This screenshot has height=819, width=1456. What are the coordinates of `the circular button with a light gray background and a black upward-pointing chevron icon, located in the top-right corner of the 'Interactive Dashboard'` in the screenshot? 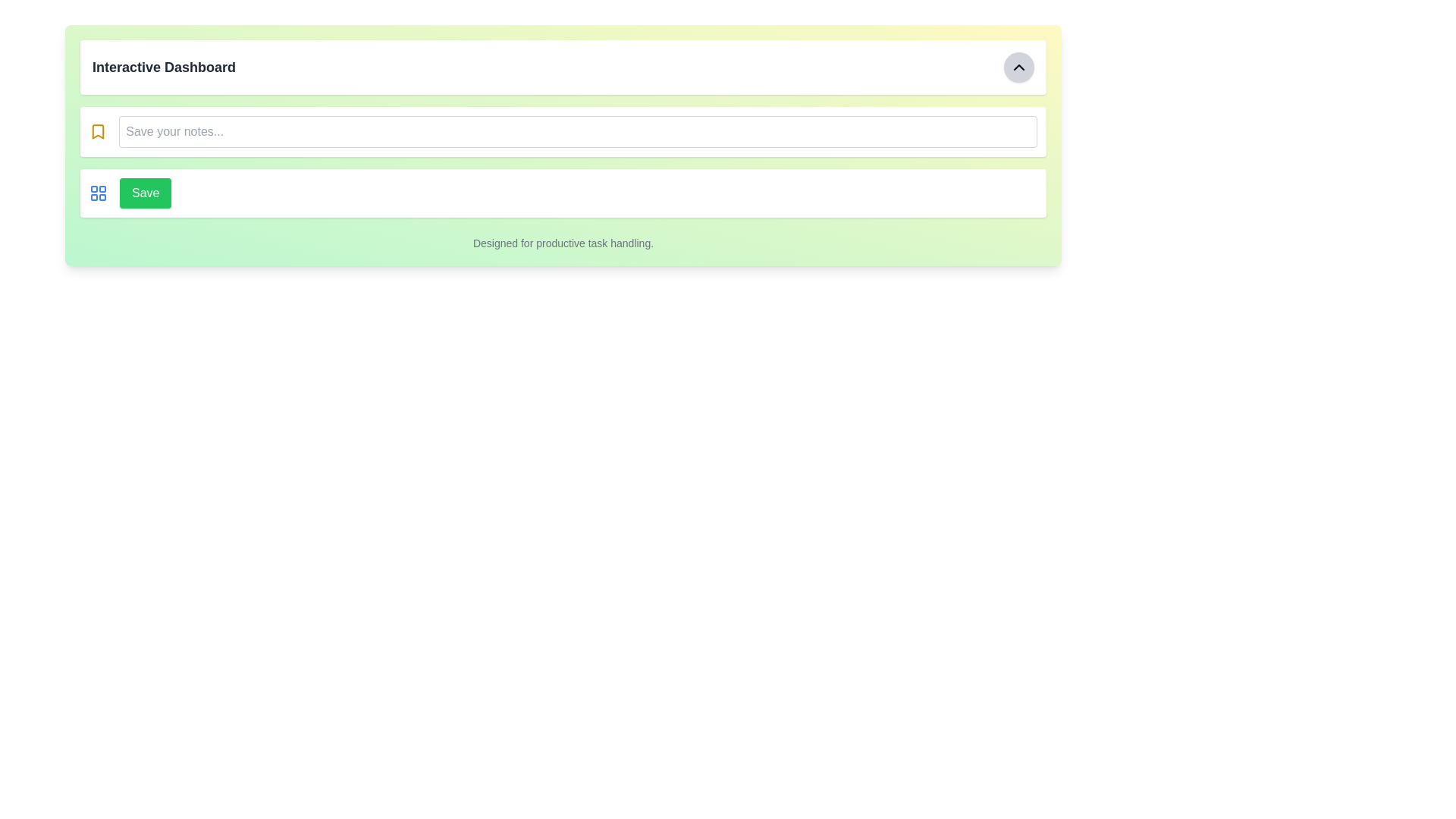 It's located at (1019, 66).